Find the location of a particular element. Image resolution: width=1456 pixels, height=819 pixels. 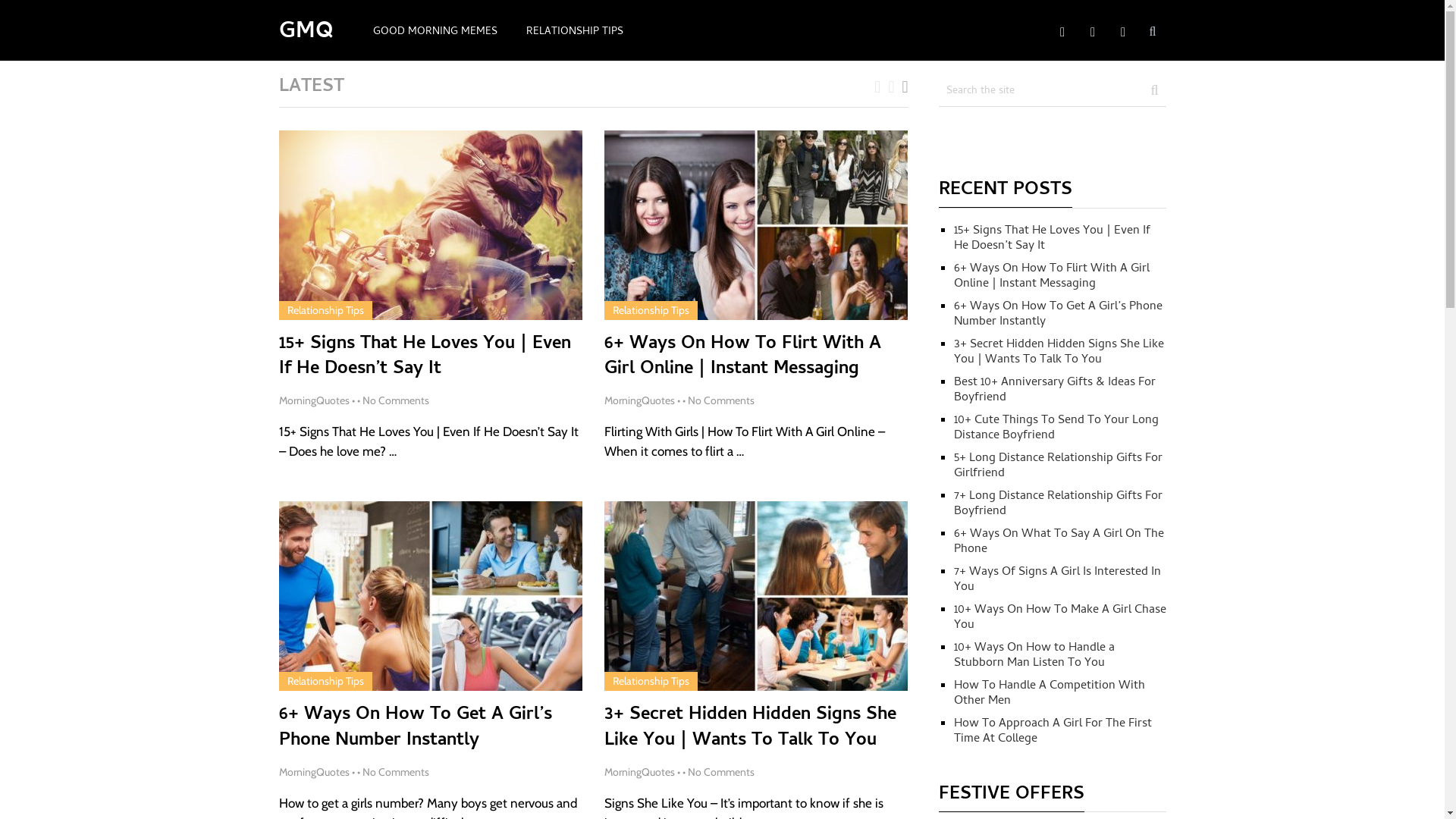

'MorningQuotes' is located at coordinates (639, 772).